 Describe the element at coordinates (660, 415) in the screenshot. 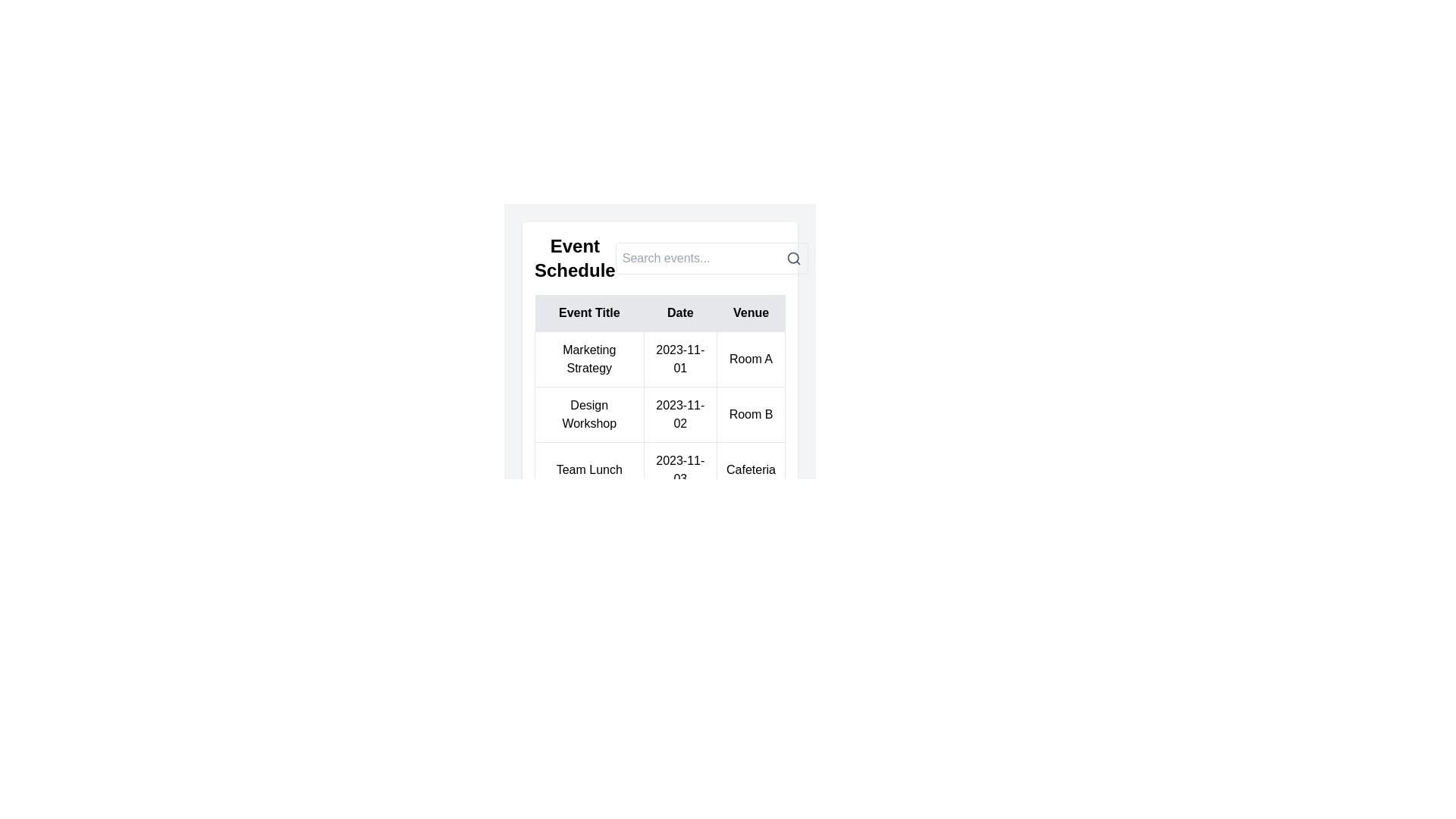

I see `the text content of the static list item displaying event details for 'Design Workshop' located in the second row of the schedule table` at that location.